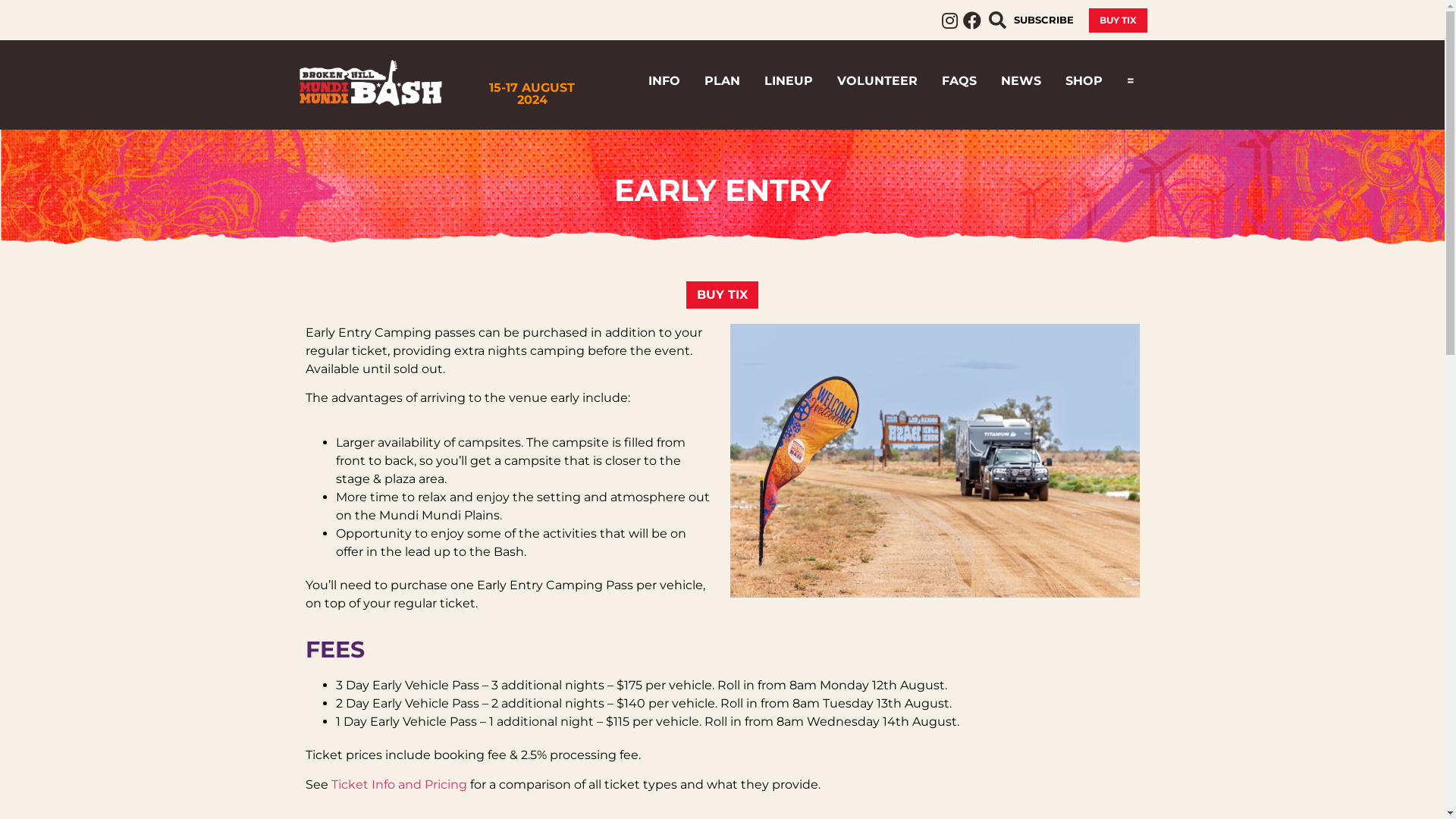 The image size is (1456, 819). I want to click on 'LINEUP', so click(789, 81).